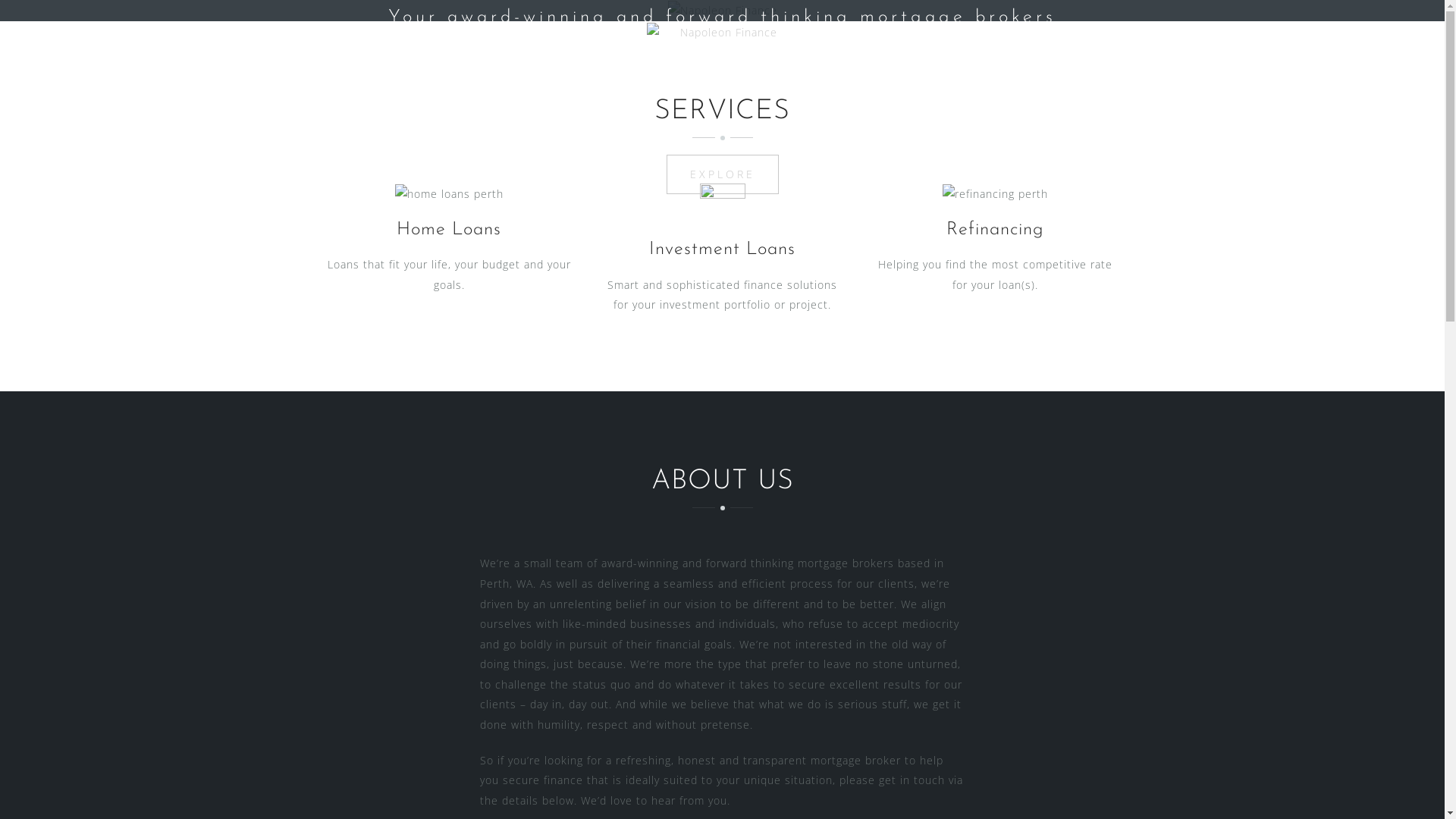  I want to click on 'Refinancing', so click(995, 230).